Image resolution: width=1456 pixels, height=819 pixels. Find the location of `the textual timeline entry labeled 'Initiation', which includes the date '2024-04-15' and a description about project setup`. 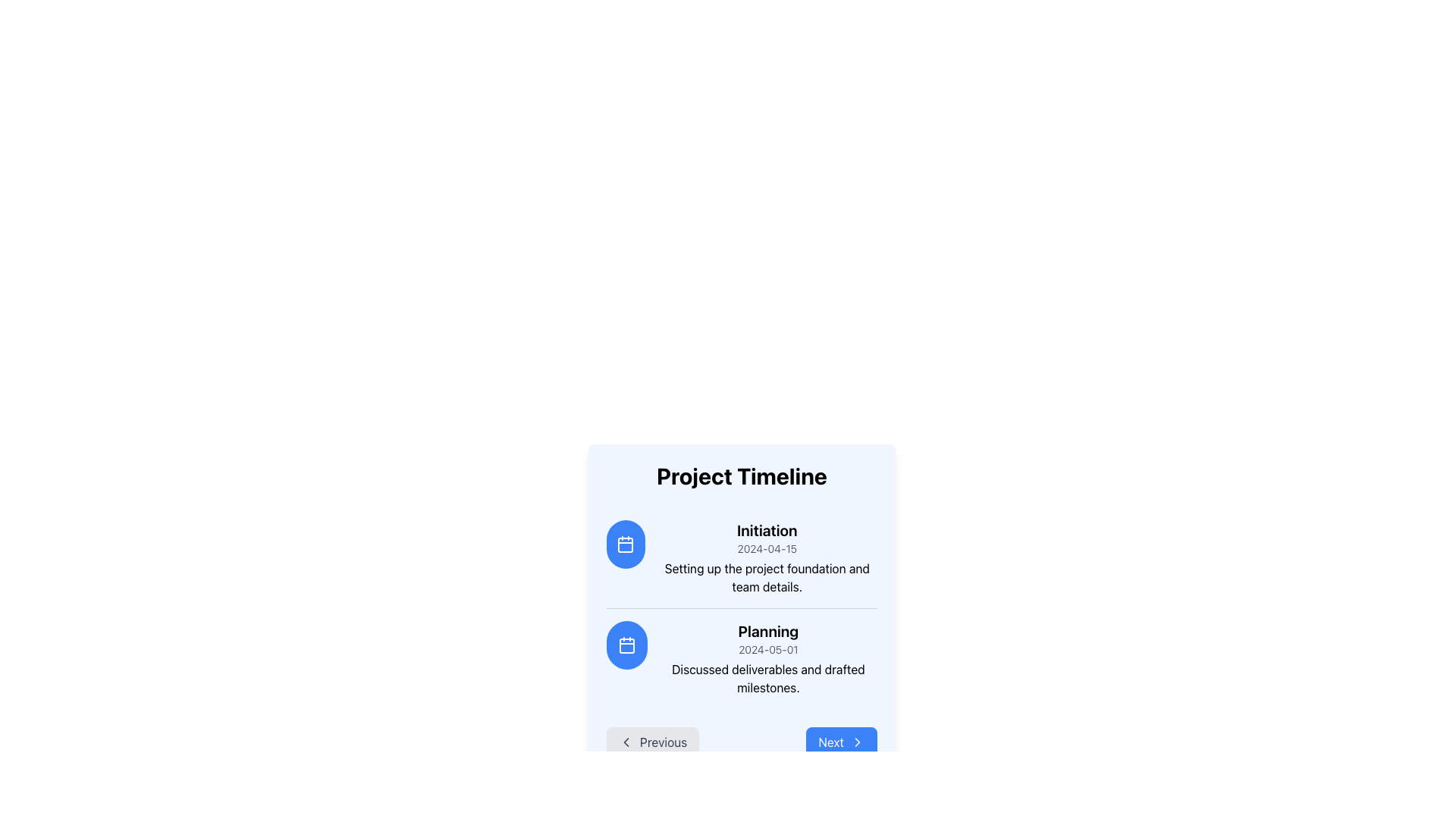

the textual timeline entry labeled 'Initiation', which includes the date '2024-04-15' and a description about project setup is located at coordinates (767, 558).